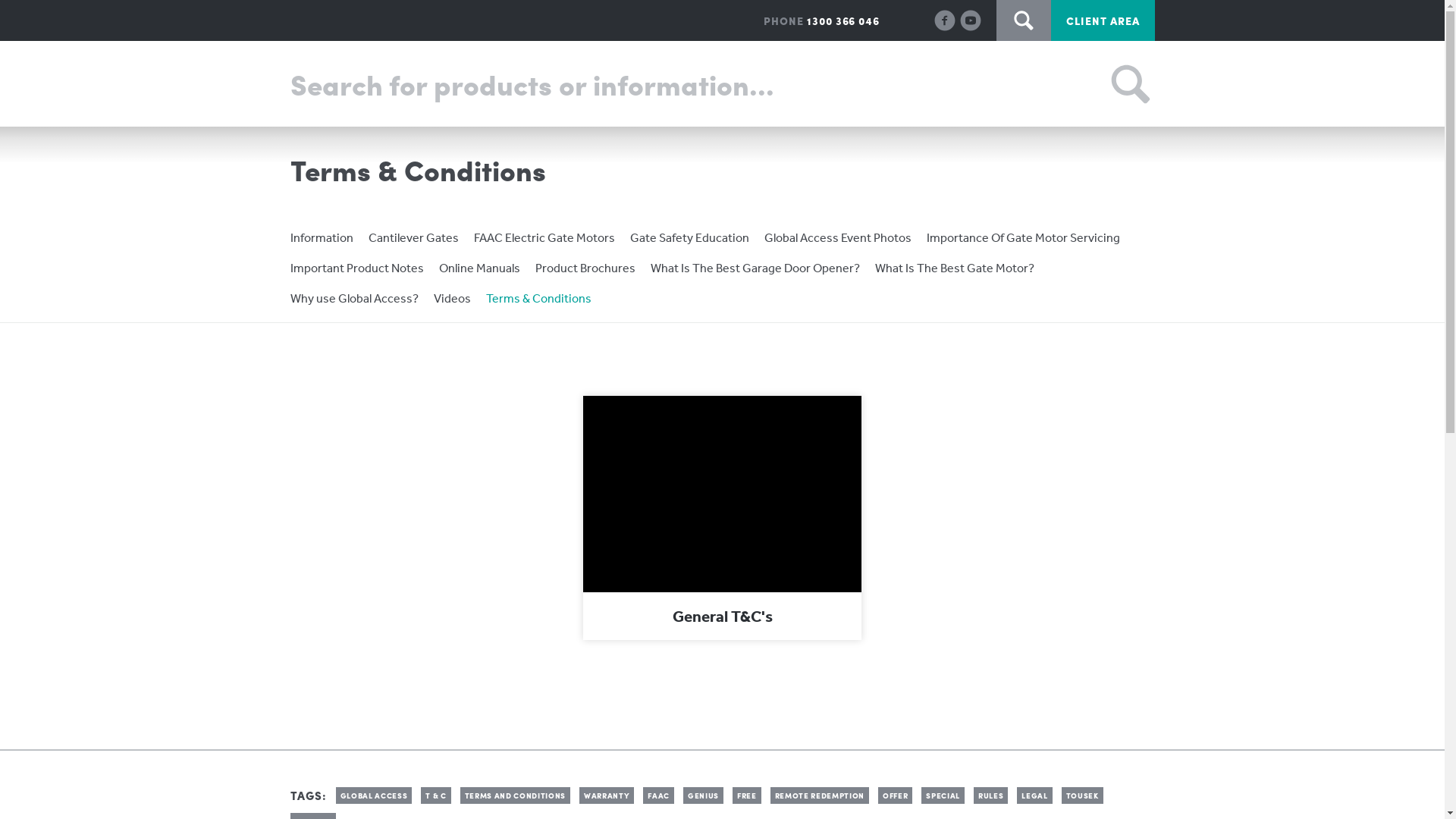 The height and width of the screenshot is (819, 1456). I want to click on 'SUPPORT', so click(714, 84).